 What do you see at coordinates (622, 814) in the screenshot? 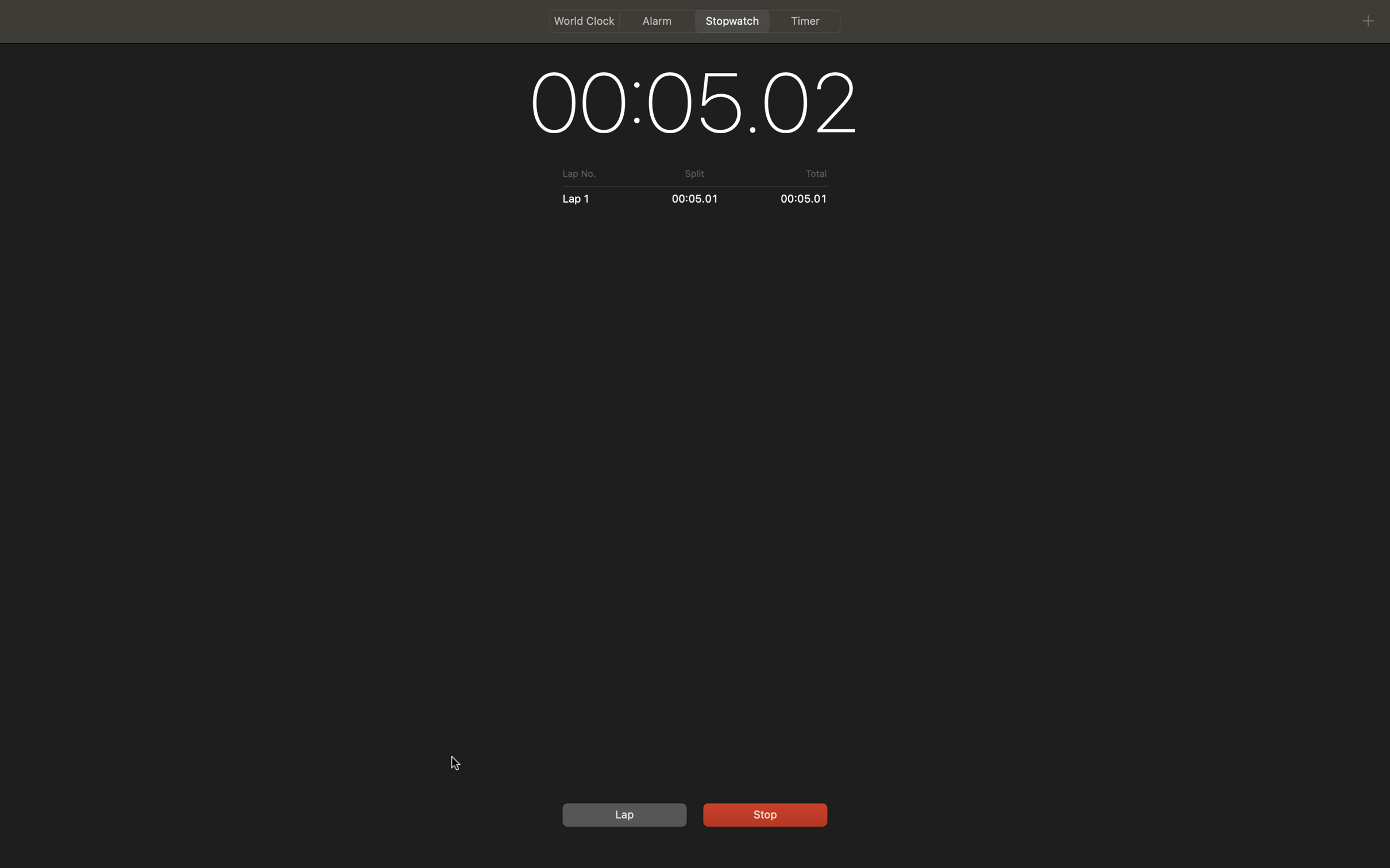
I see `Mark two laps and then halt the stopwatch` at bounding box center [622, 814].